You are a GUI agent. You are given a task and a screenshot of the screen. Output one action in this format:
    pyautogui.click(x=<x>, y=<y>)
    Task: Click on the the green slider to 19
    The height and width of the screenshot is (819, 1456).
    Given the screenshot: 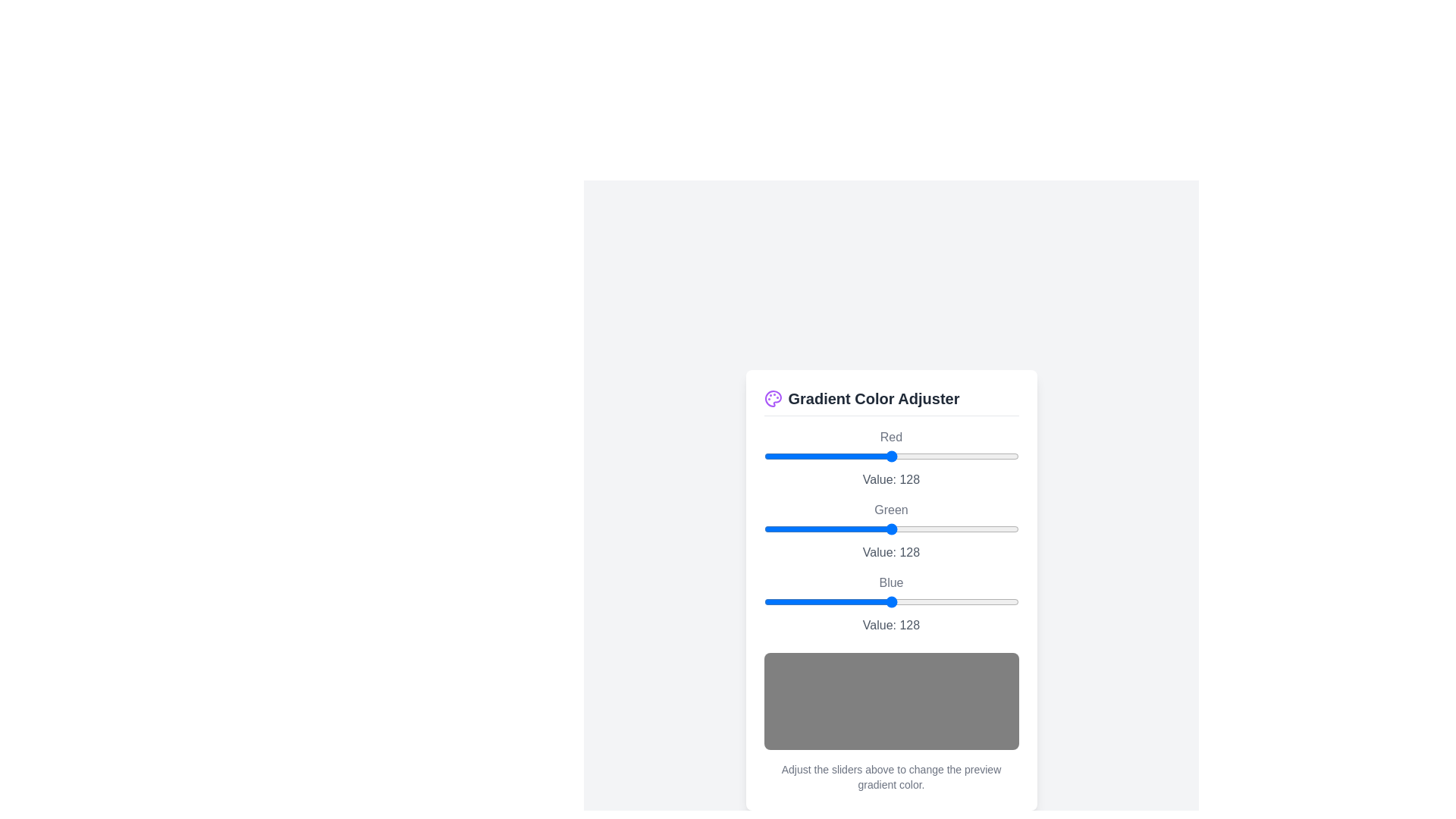 What is the action you would take?
    pyautogui.click(x=783, y=528)
    